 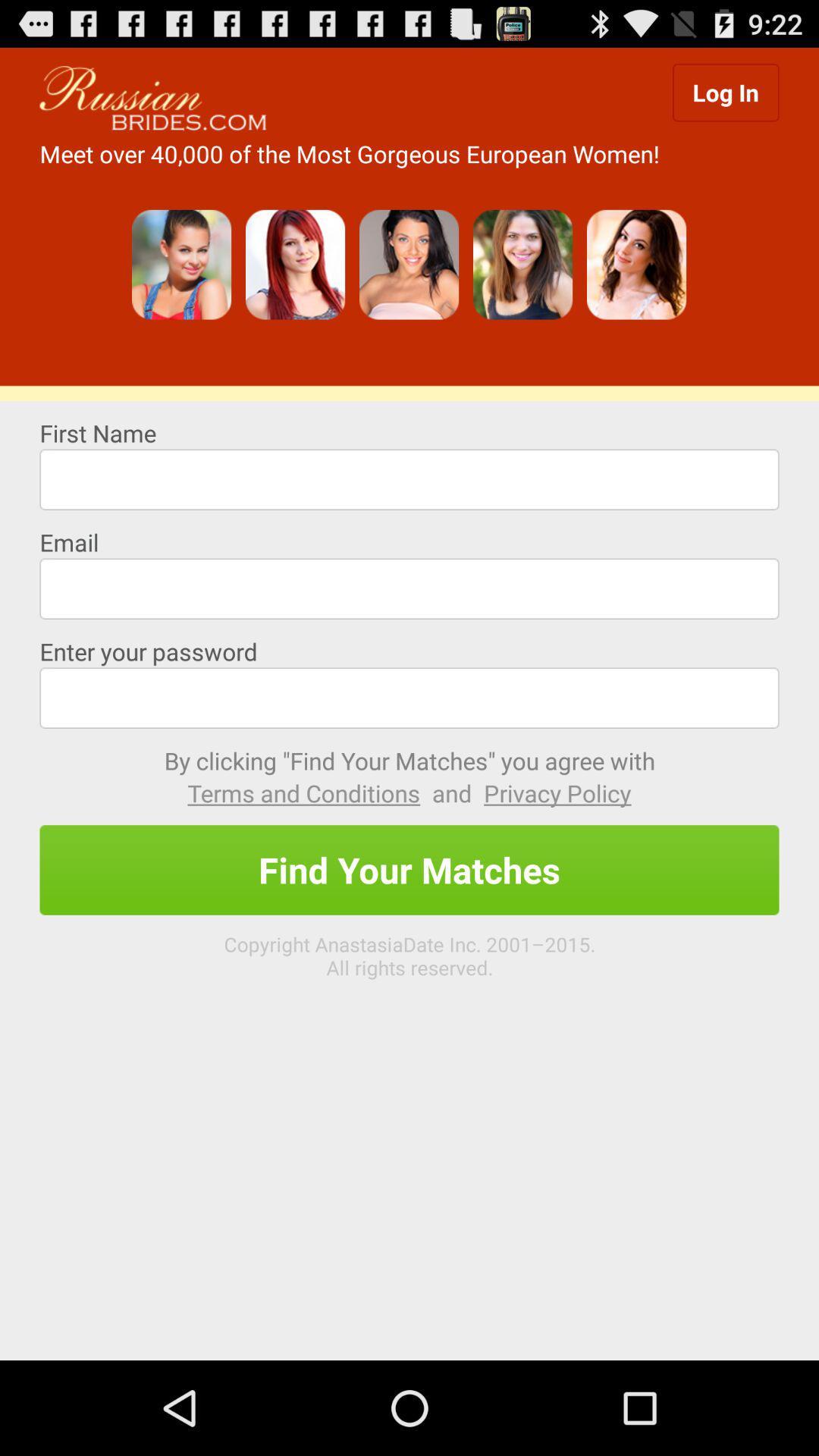 I want to click on name, so click(x=409, y=479).